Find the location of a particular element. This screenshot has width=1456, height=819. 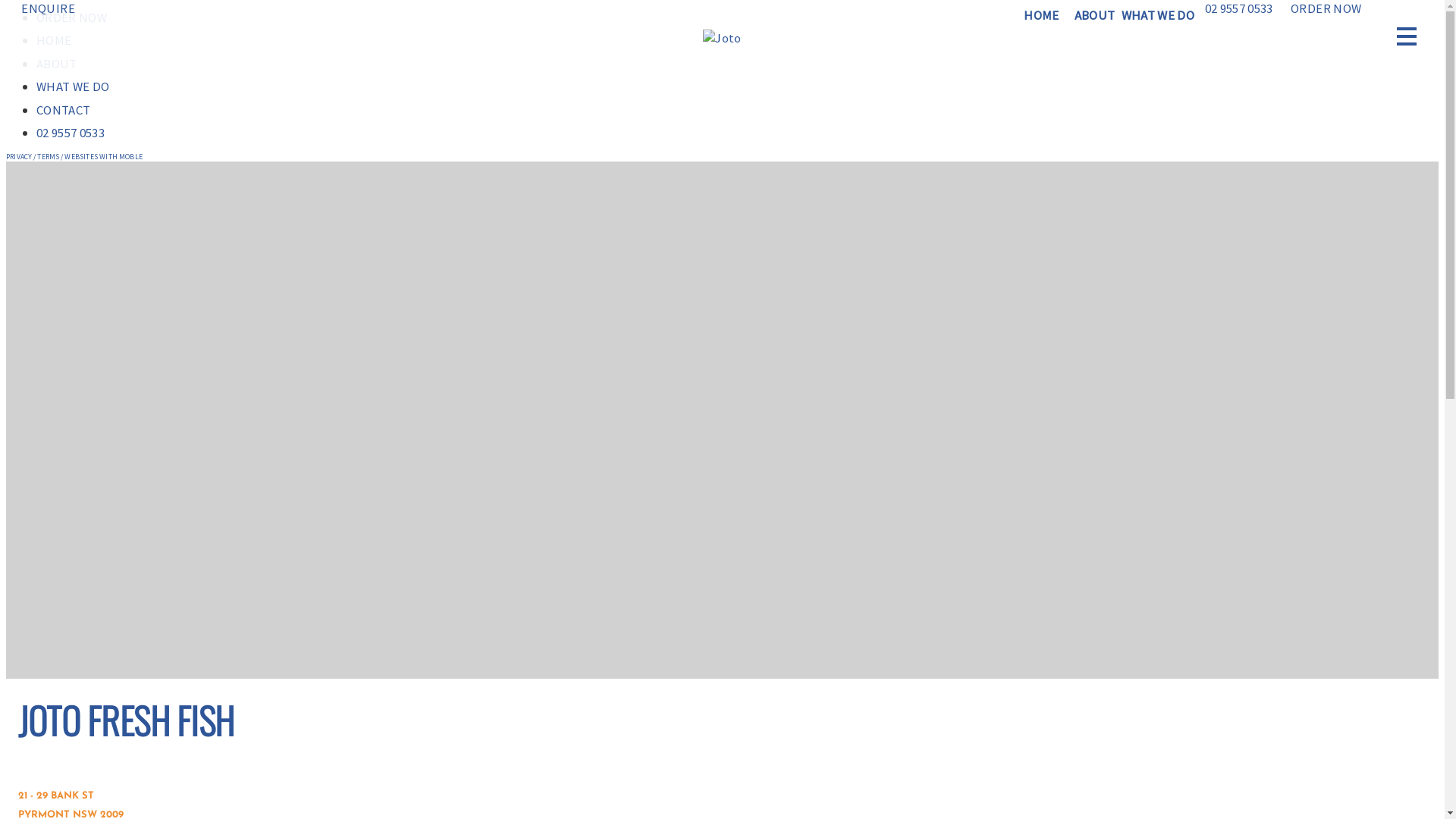

'WEBSITES WITH MOBLE' is located at coordinates (102, 156).